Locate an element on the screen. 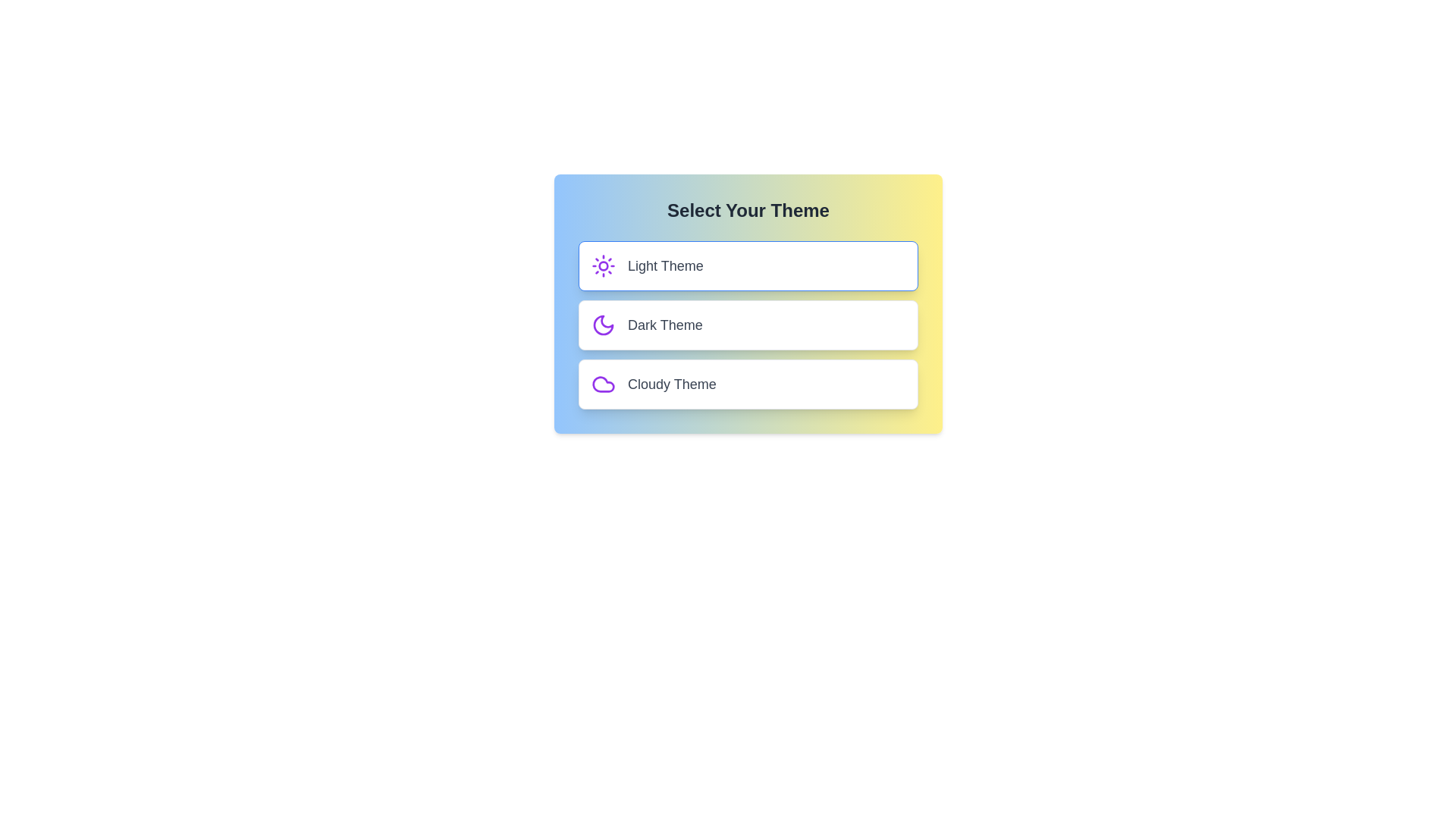 Image resolution: width=1456 pixels, height=819 pixels. the 'Cloudy Theme' label, which serves as a descriptive label for the theme option in the selection interface is located at coordinates (671, 383).